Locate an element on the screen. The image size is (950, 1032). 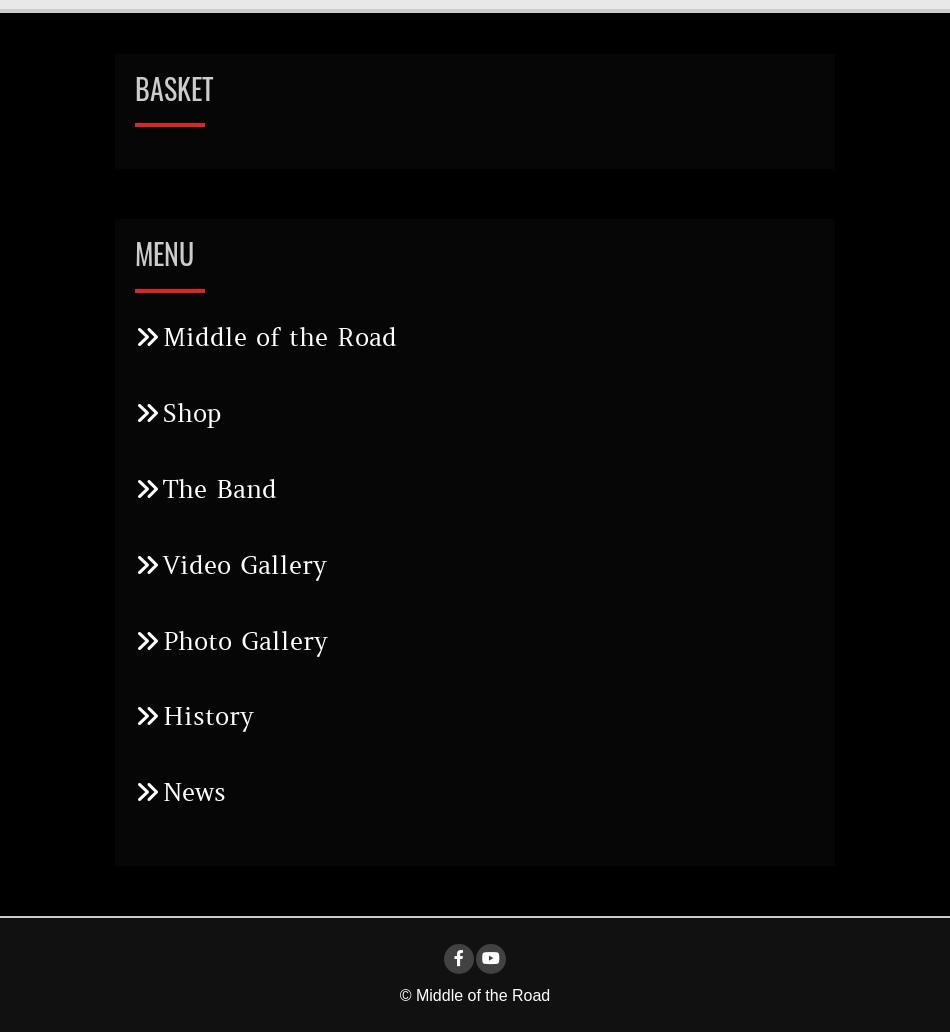
'Shop' is located at coordinates (191, 413).